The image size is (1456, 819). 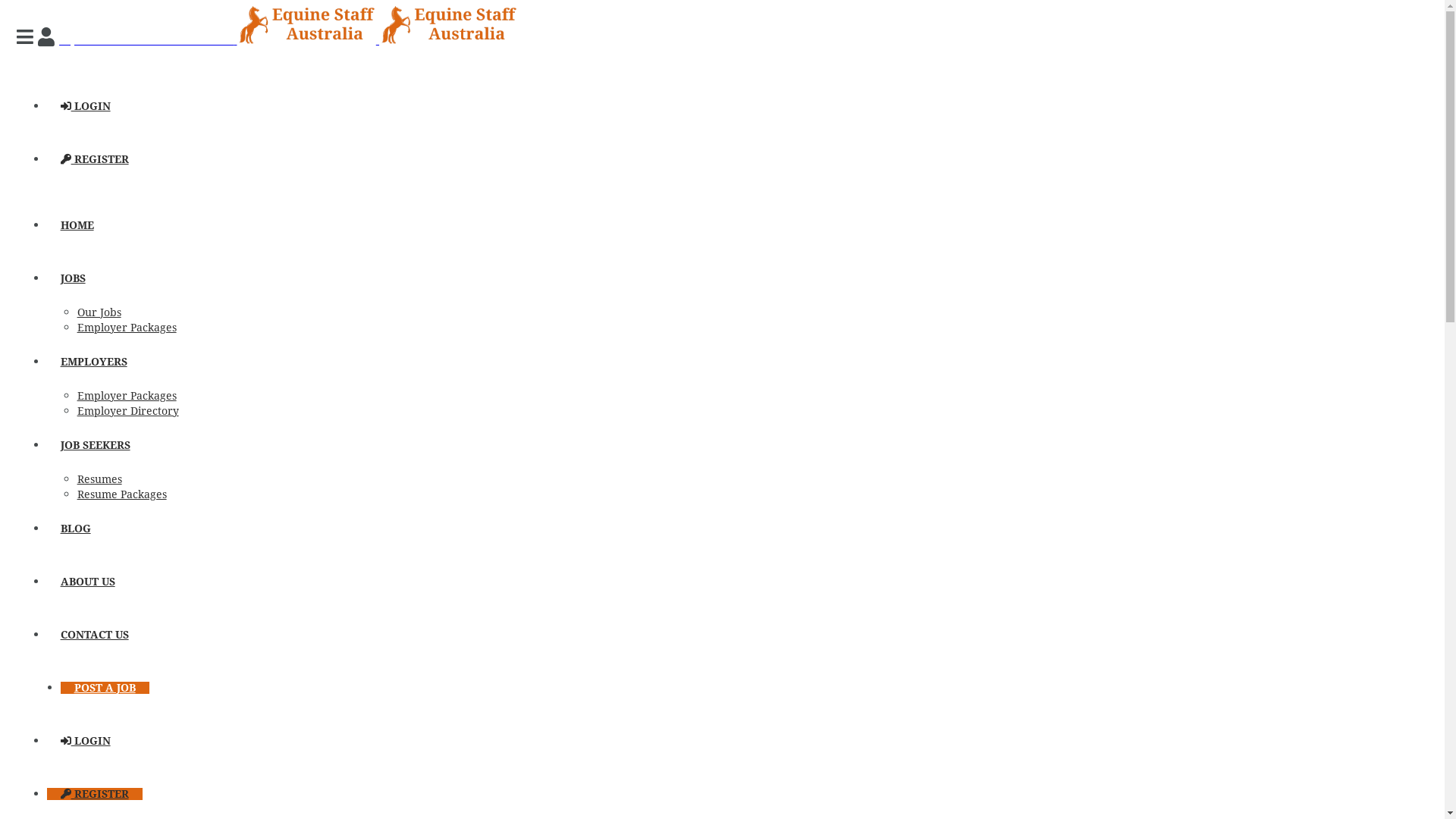 I want to click on 'Navigation', so click(x=27, y=36).